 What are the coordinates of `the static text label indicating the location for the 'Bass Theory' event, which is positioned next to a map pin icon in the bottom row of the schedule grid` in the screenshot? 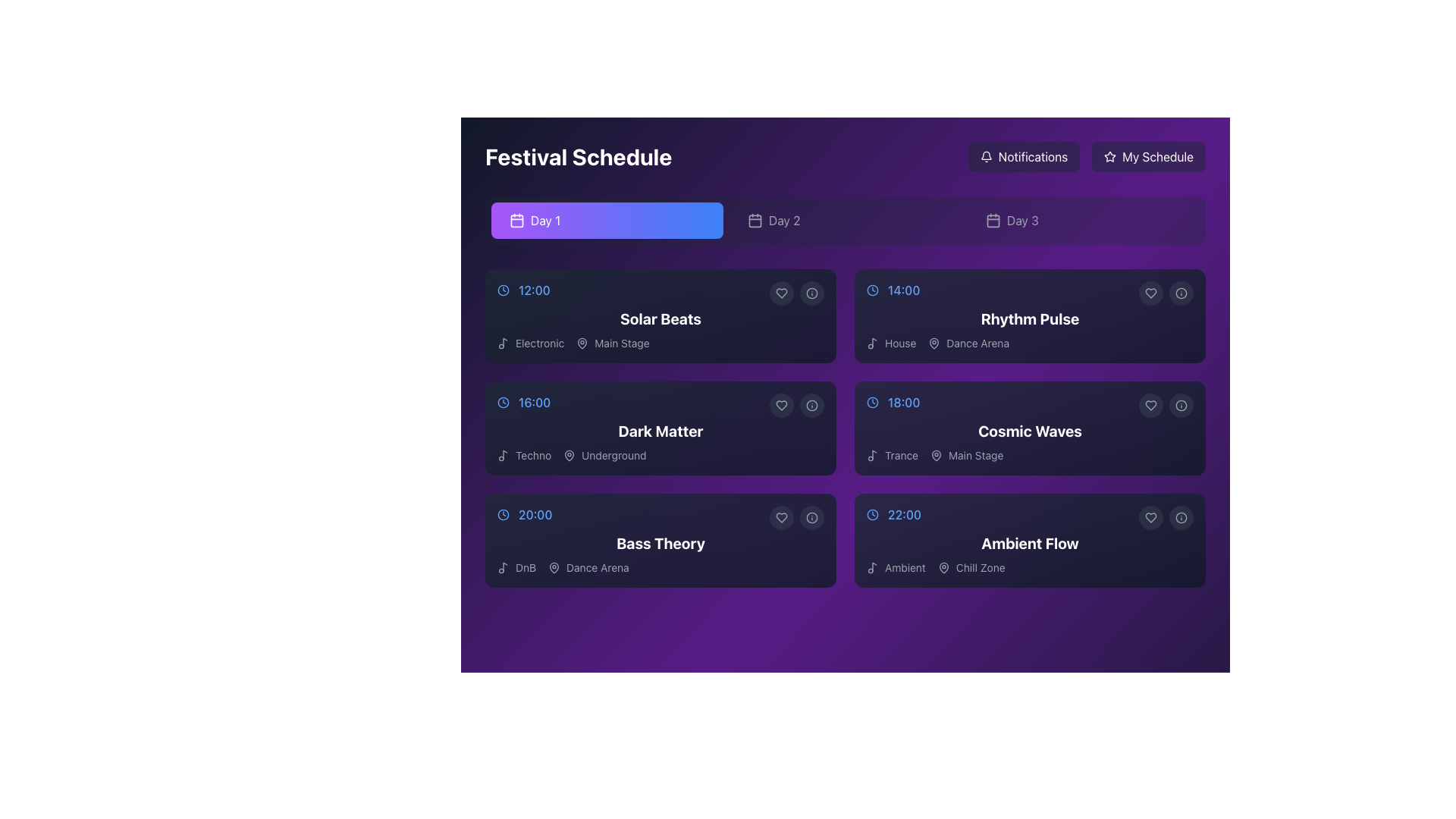 It's located at (597, 567).